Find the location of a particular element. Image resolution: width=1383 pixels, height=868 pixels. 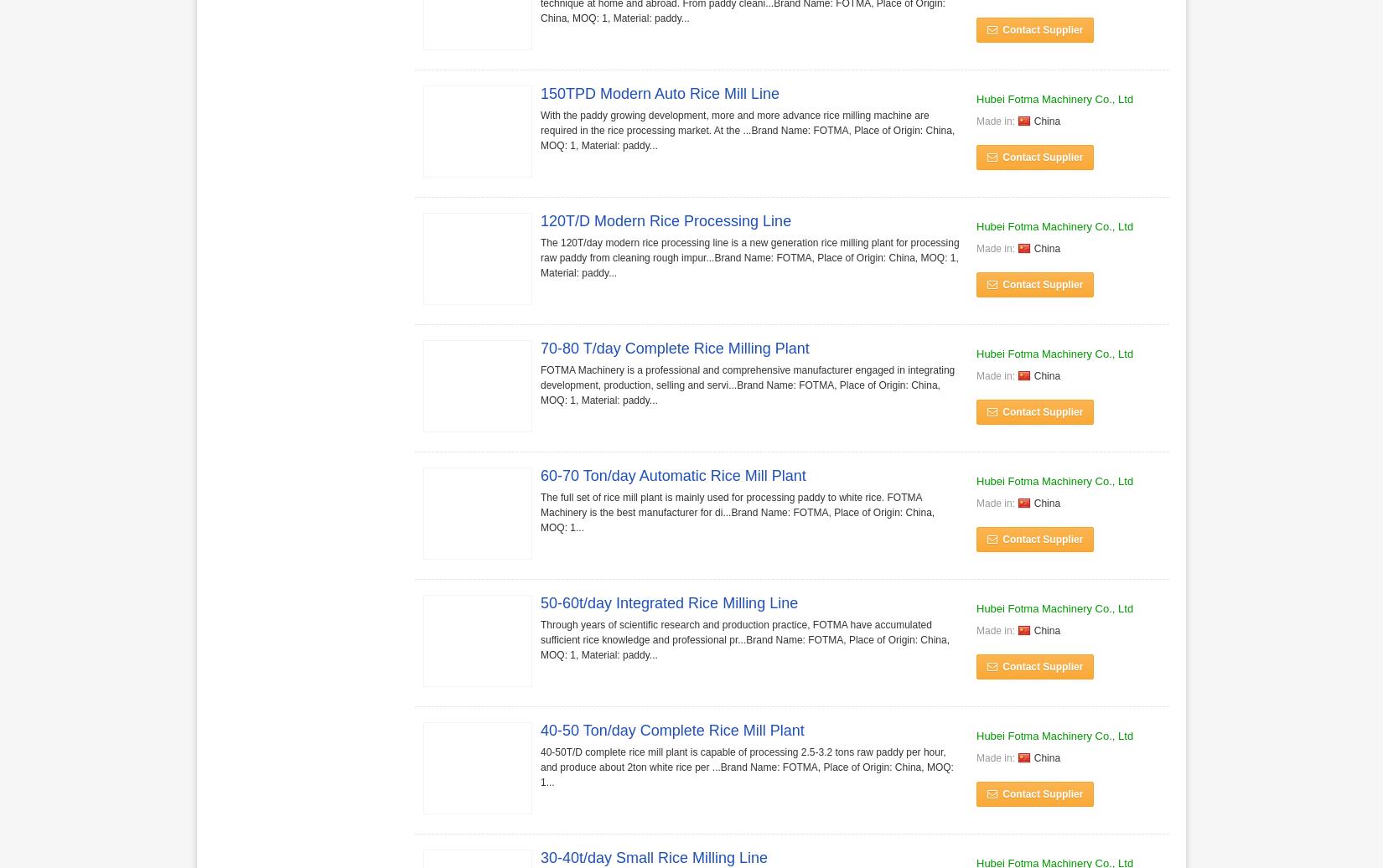

'The full set of rice mill plant is mainly used for processing paddy to white rice. FOTMA Machinery is the best manufacturer for di...Brand Name: FOTMA, Place of Origin: China, MOQ: 1...' is located at coordinates (737, 512).